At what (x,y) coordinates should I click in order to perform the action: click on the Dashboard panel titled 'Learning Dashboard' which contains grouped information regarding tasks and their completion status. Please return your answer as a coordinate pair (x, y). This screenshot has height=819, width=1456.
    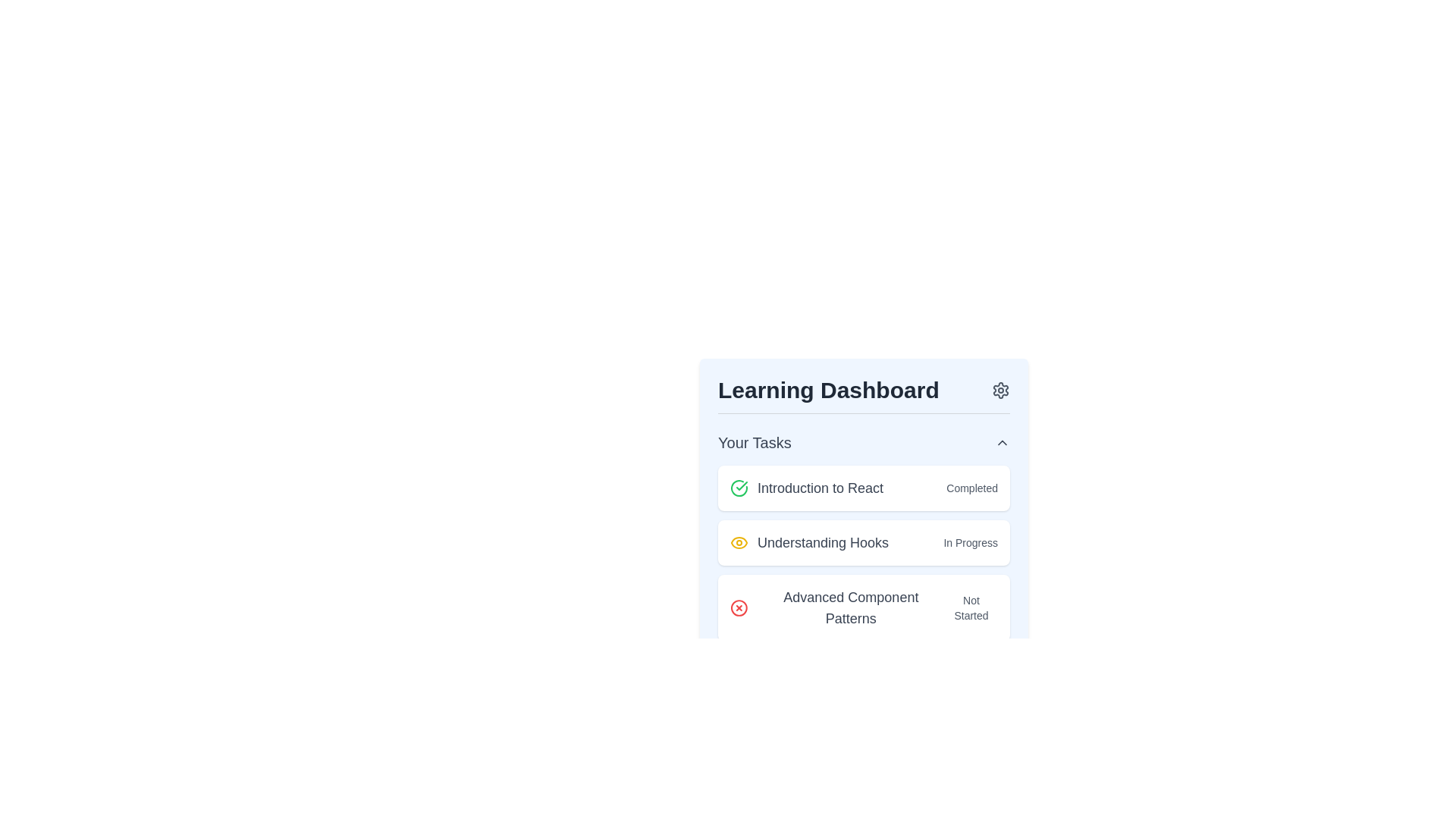
    Looking at the image, I should click on (864, 476).